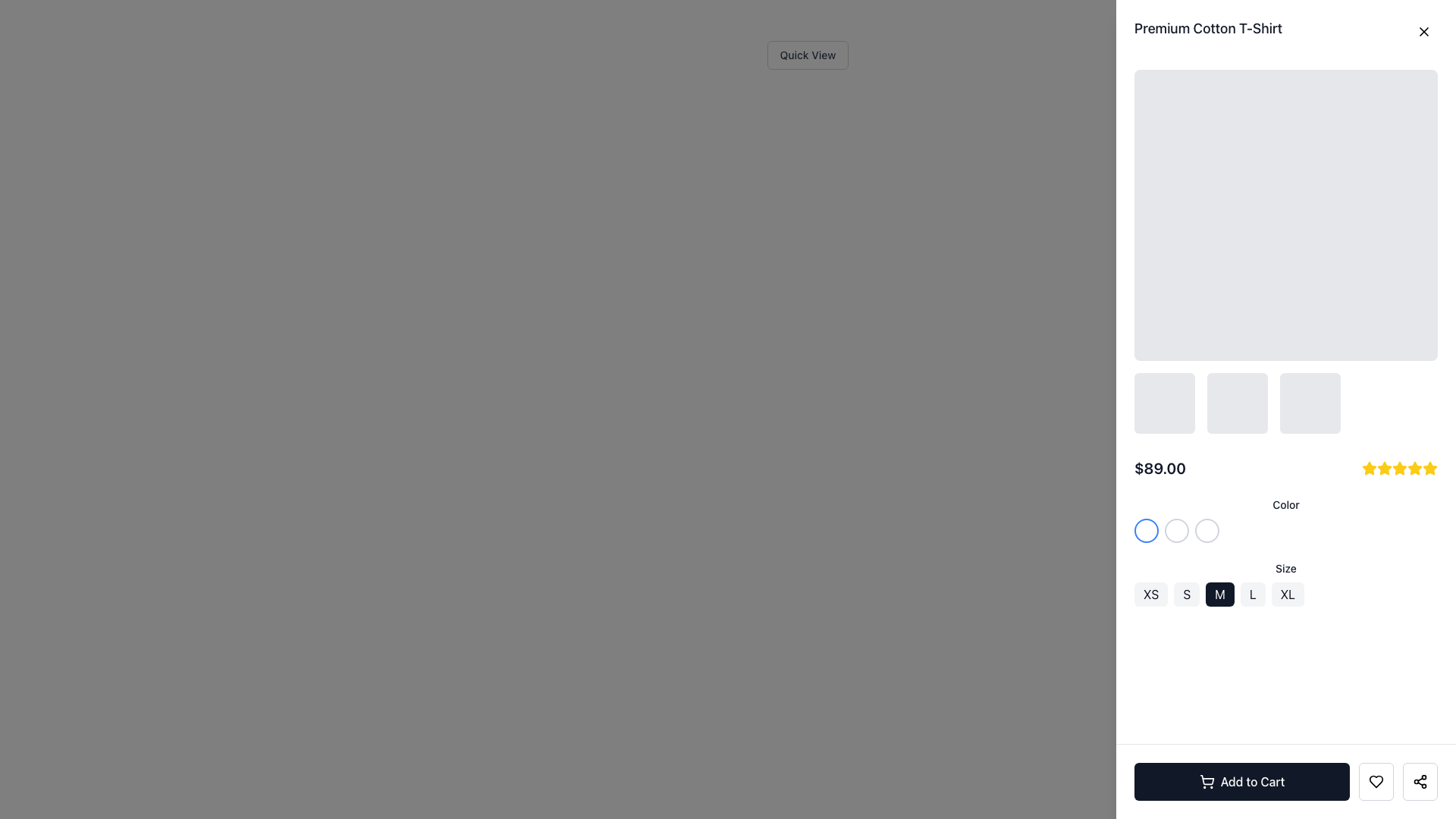  I want to click on the fifth yellow star icon used for indicating ratings to note the rating it represents, so click(1414, 467).